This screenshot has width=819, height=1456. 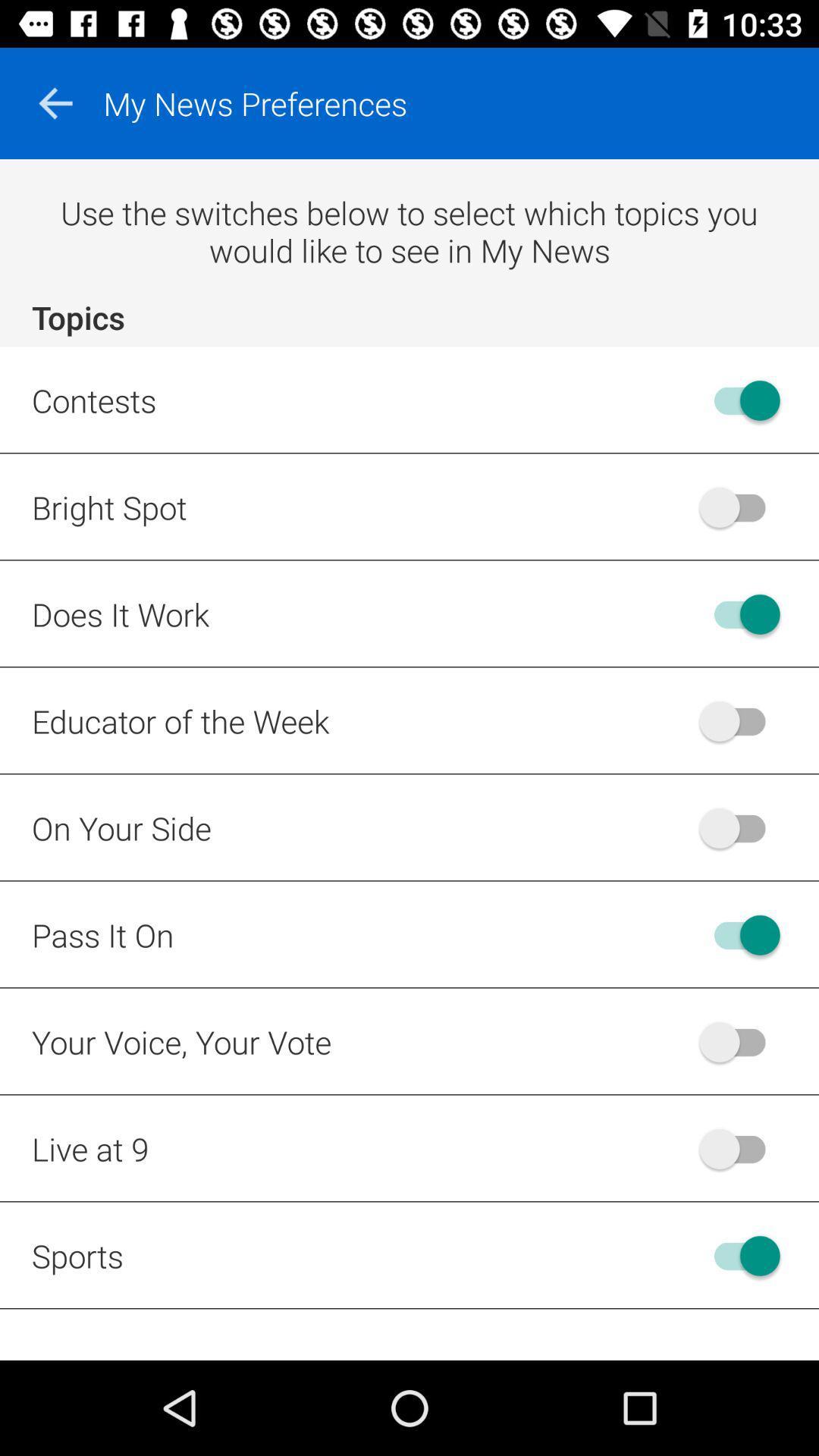 I want to click on turn off pass it on, so click(x=739, y=934).